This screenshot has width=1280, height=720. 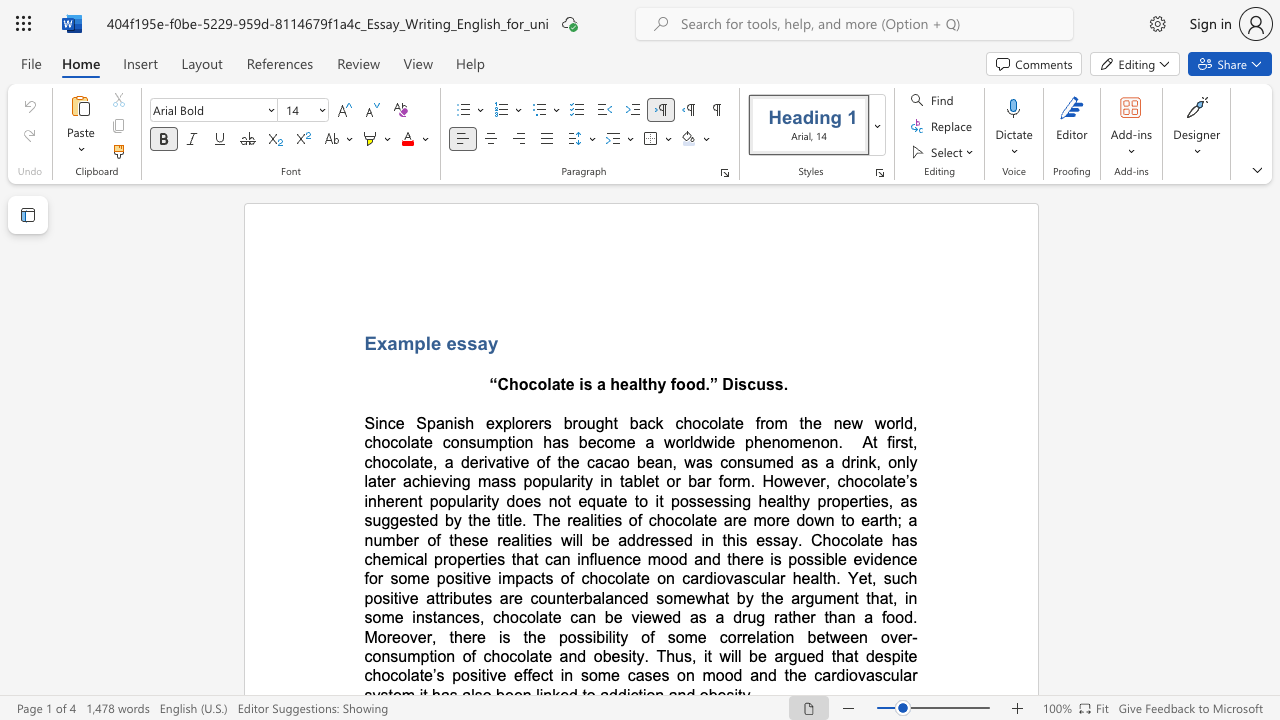 What do you see at coordinates (845, 481) in the screenshot?
I see `the subset text "hocolate’s inherent popularity does not equate" within the text "At first, chocolate, a derivative of the cacao bean, was consumed as a drink, only later achieving mass popularity in tablet or bar form. However, chocolate’s inherent popularity does not equate to it"` at bounding box center [845, 481].